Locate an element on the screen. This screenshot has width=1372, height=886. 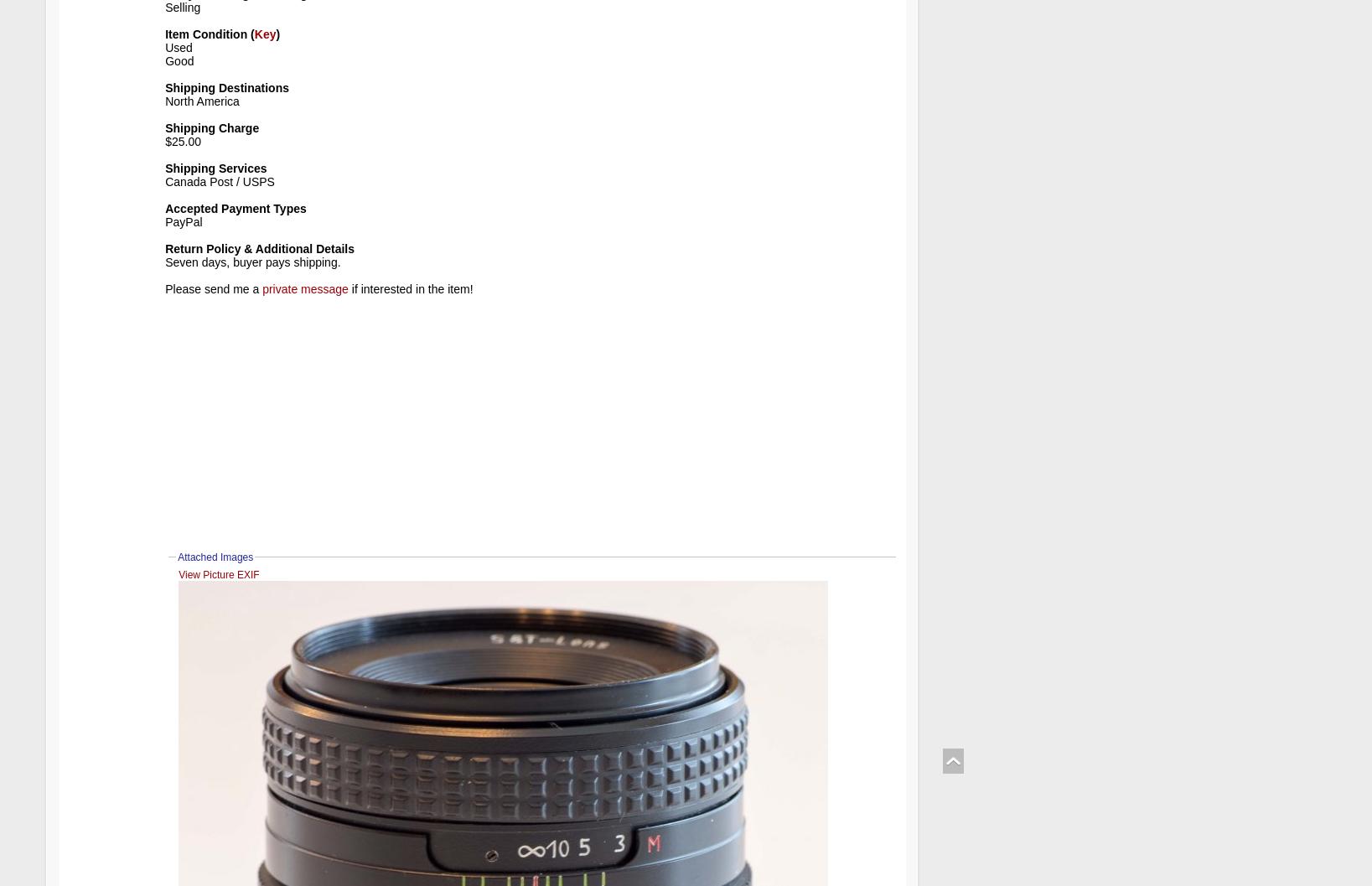
'North America' is located at coordinates (164, 99).